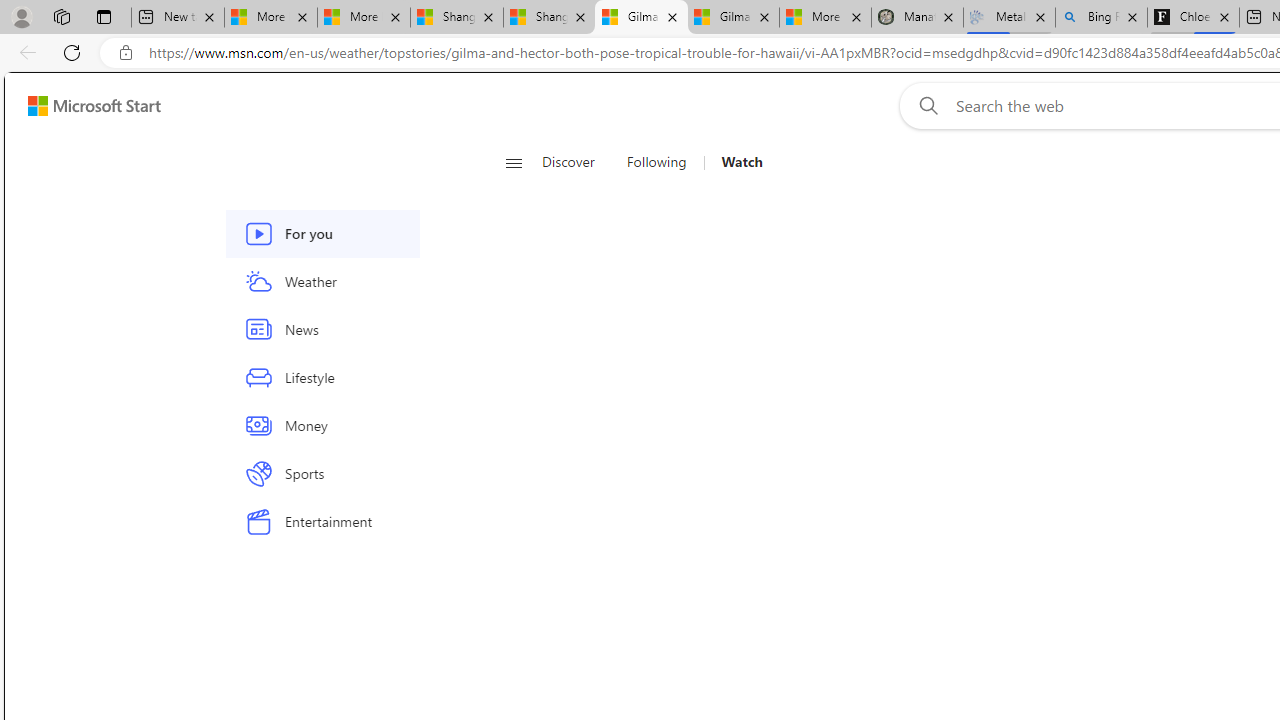 The image size is (1280, 720). What do you see at coordinates (732, 17) in the screenshot?
I see `'Gilma and Hector both pose tropical trouble for Hawaii'` at bounding box center [732, 17].